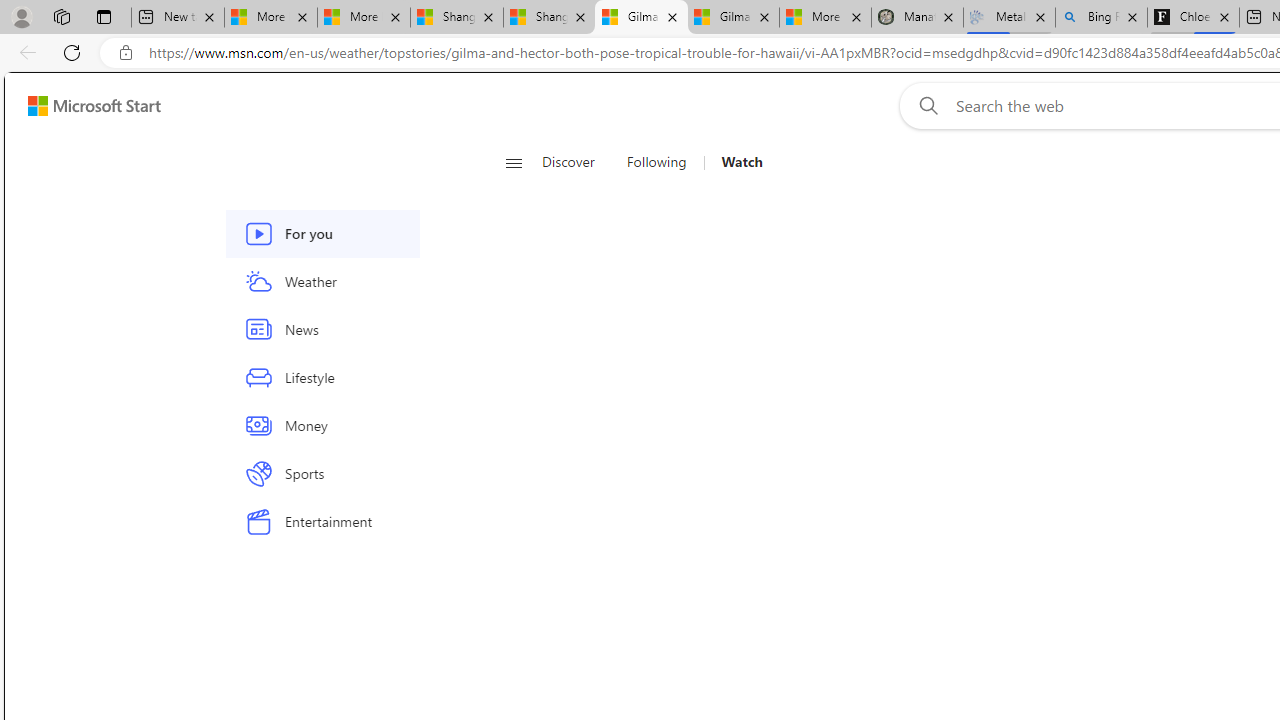 The image size is (1280, 720). What do you see at coordinates (732, 17) in the screenshot?
I see `'Gilma and Hector both pose tropical trouble for Hawaii'` at bounding box center [732, 17].